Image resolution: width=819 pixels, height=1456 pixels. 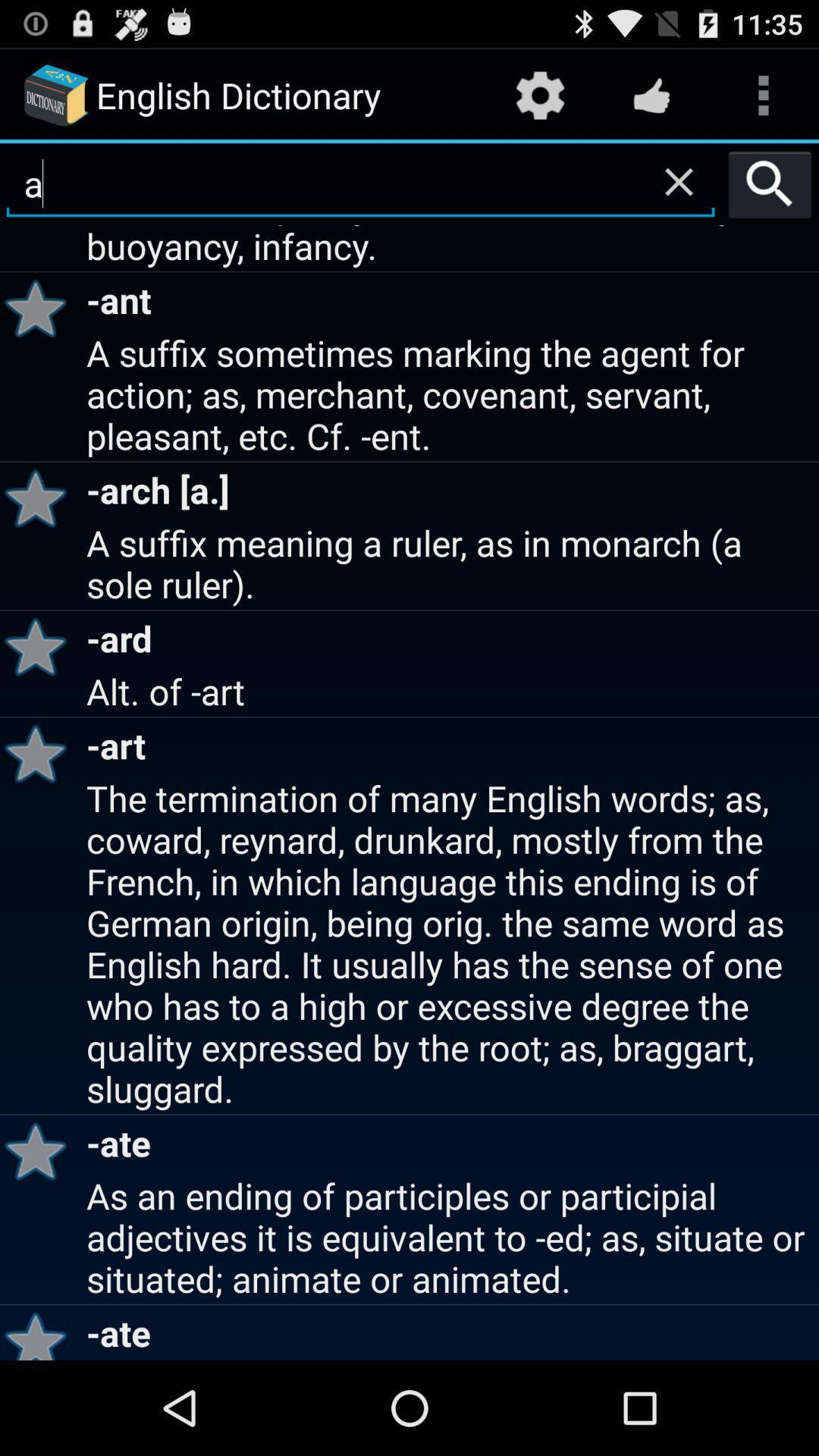 I want to click on the three dotted icon at the top right of the page, so click(x=763, y=94).